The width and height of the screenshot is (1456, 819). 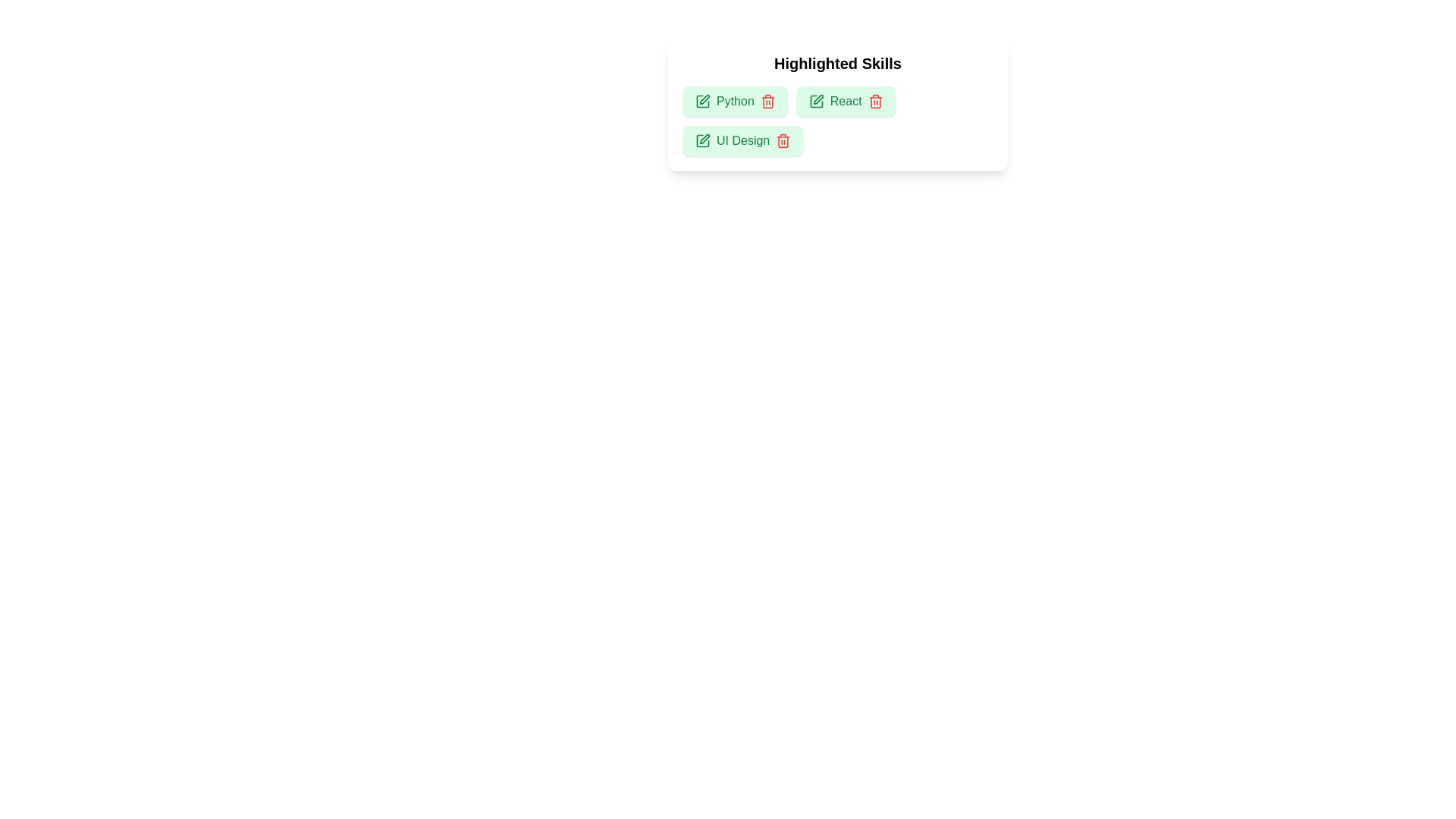 What do you see at coordinates (735, 102) in the screenshot?
I see `the skill Python to inspect the UI reaction` at bounding box center [735, 102].